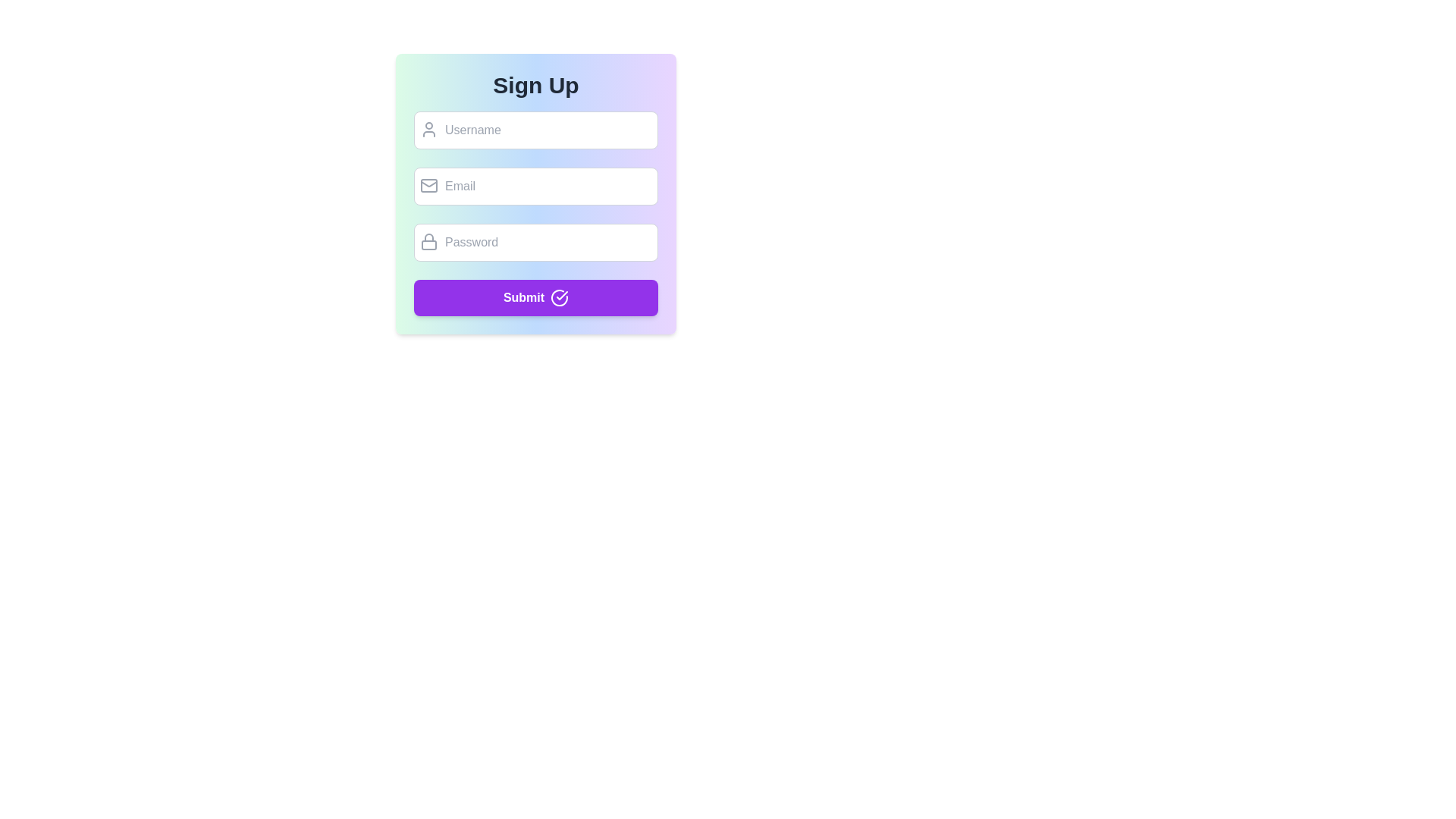 This screenshot has height=819, width=1456. I want to click on the email input field in the Sign Up form to focus on it, which is the second input field between the Username and Password fields, so click(535, 186).